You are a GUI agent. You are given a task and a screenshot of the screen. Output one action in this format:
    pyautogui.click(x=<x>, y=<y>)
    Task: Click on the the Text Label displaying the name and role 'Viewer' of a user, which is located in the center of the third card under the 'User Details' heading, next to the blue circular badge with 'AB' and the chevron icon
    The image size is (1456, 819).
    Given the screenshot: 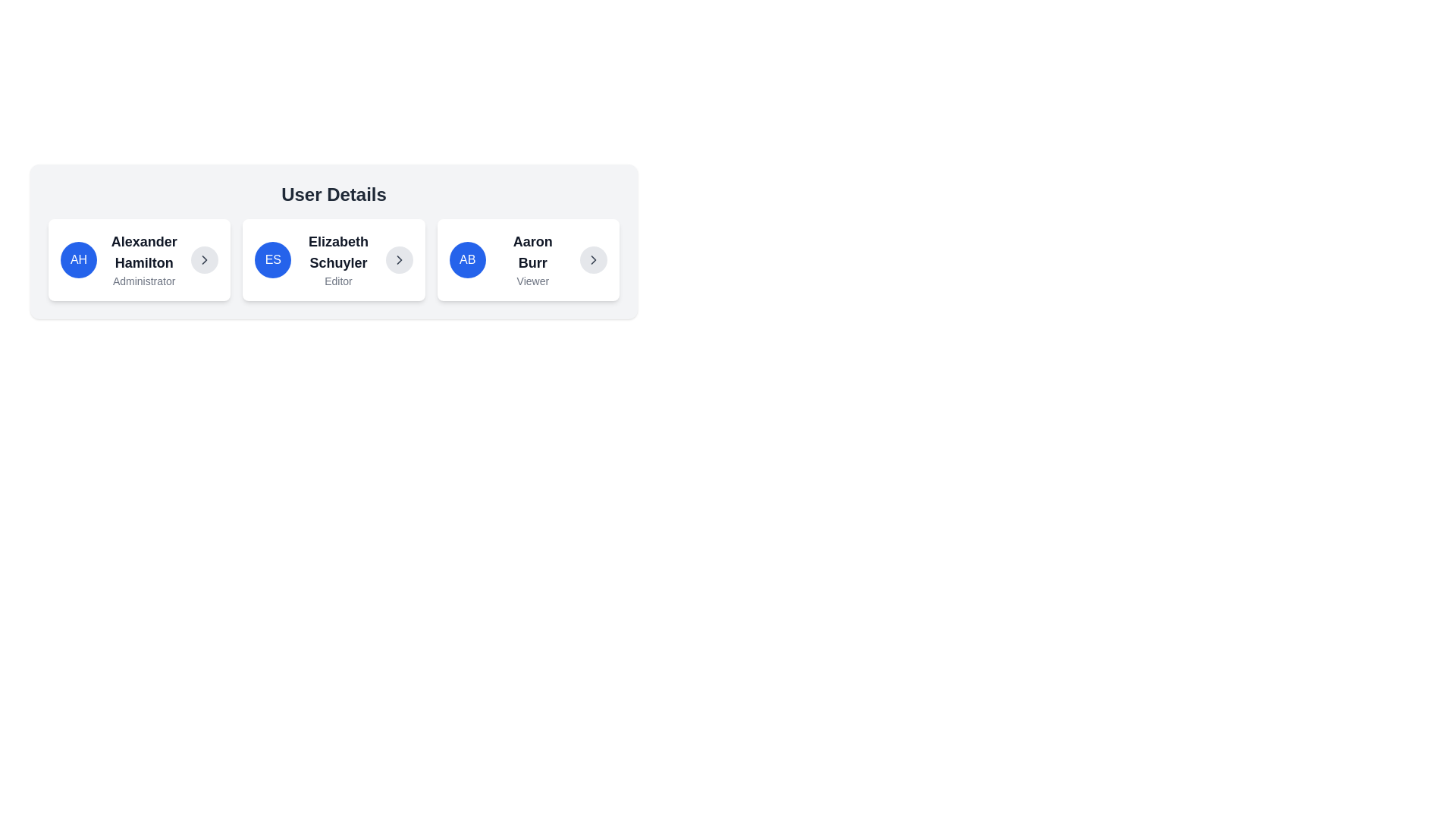 What is the action you would take?
    pyautogui.click(x=532, y=259)
    